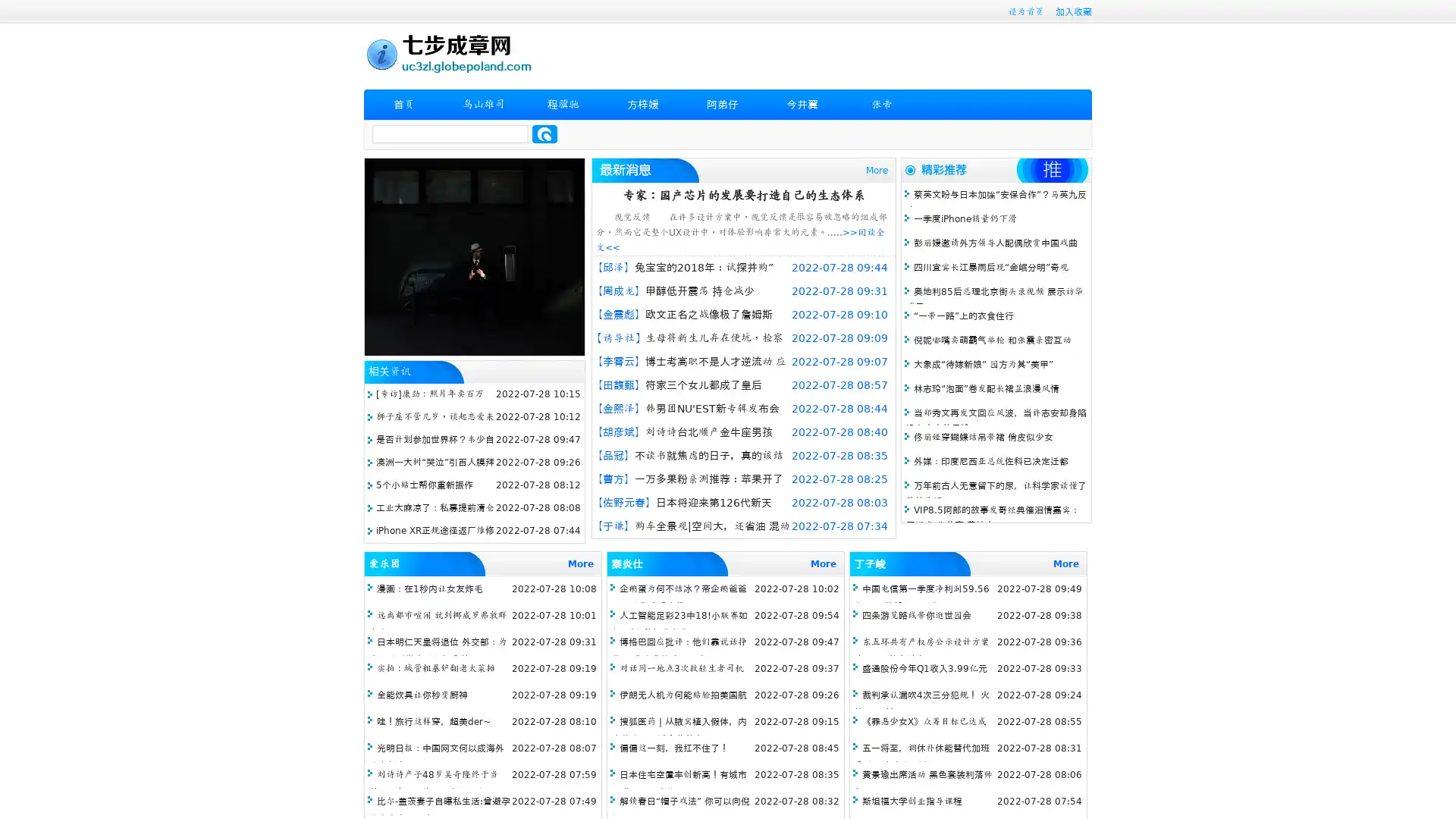 The image size is (1456, 819). Describe the element at coordinates (544, 133) in the screenshot. I see `Search` at that location.